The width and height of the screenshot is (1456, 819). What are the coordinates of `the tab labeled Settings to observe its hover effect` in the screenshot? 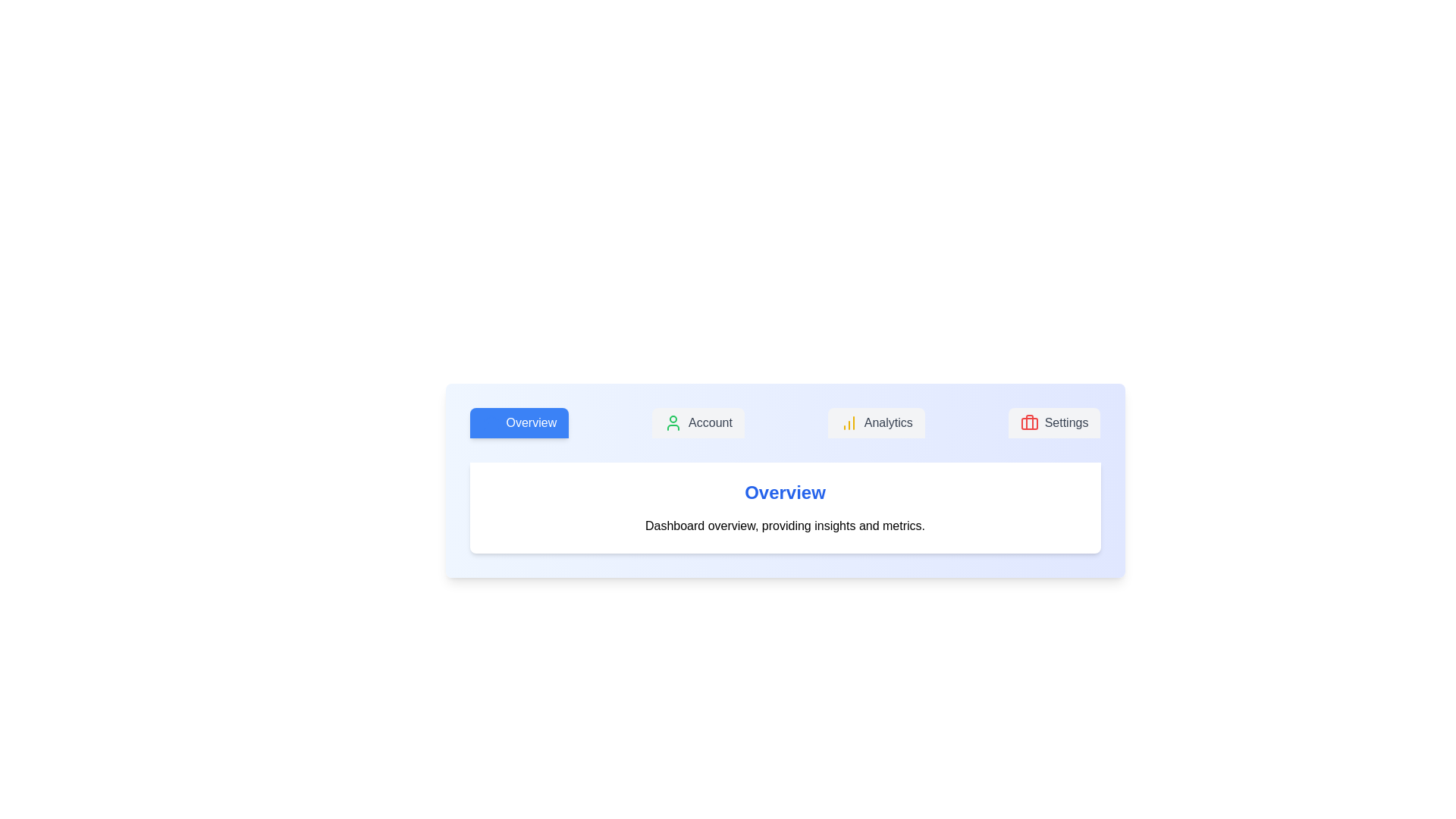 It's located at (1053, 423).